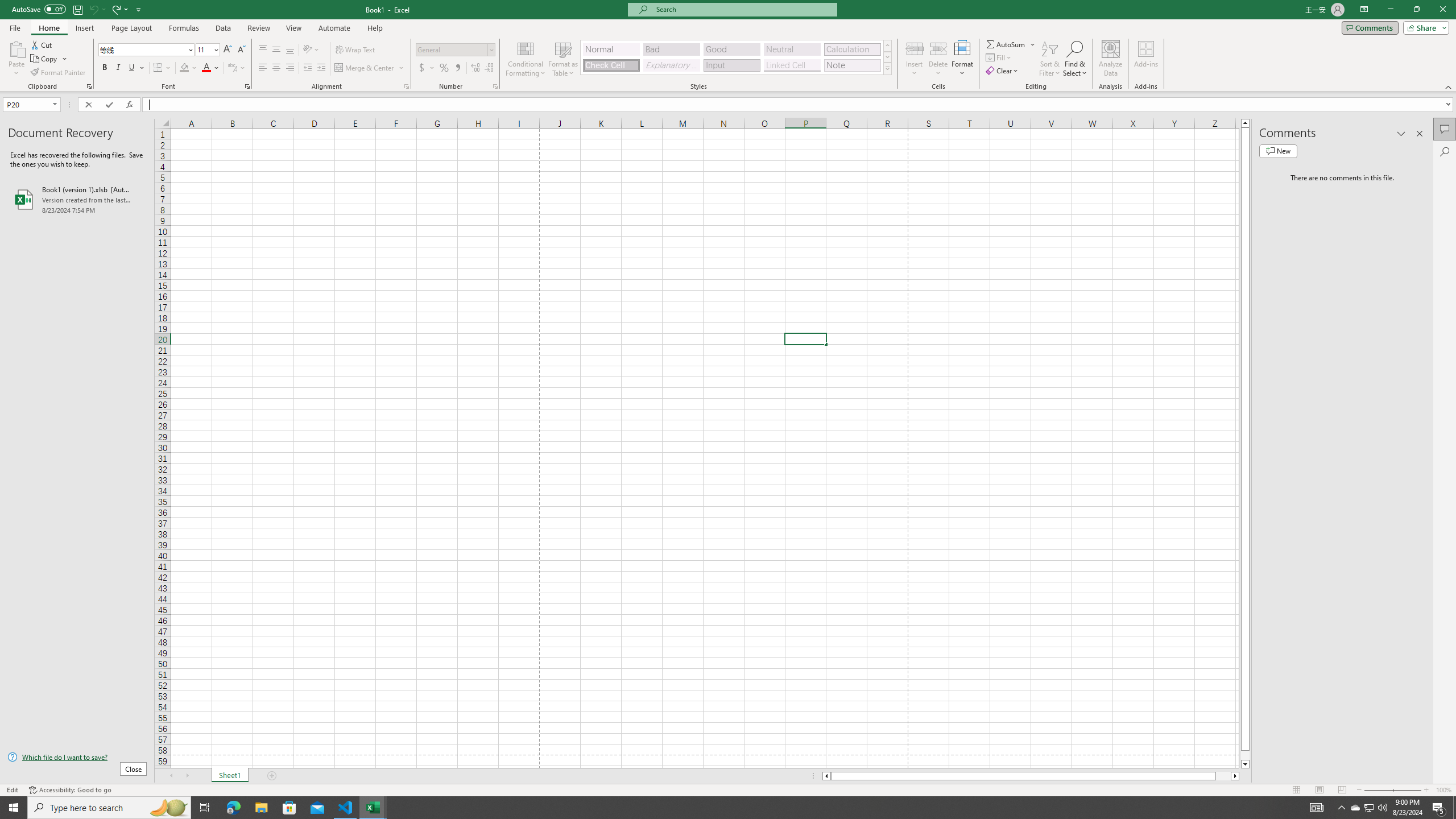  I want to click on 'Copy', so click(44, 59).